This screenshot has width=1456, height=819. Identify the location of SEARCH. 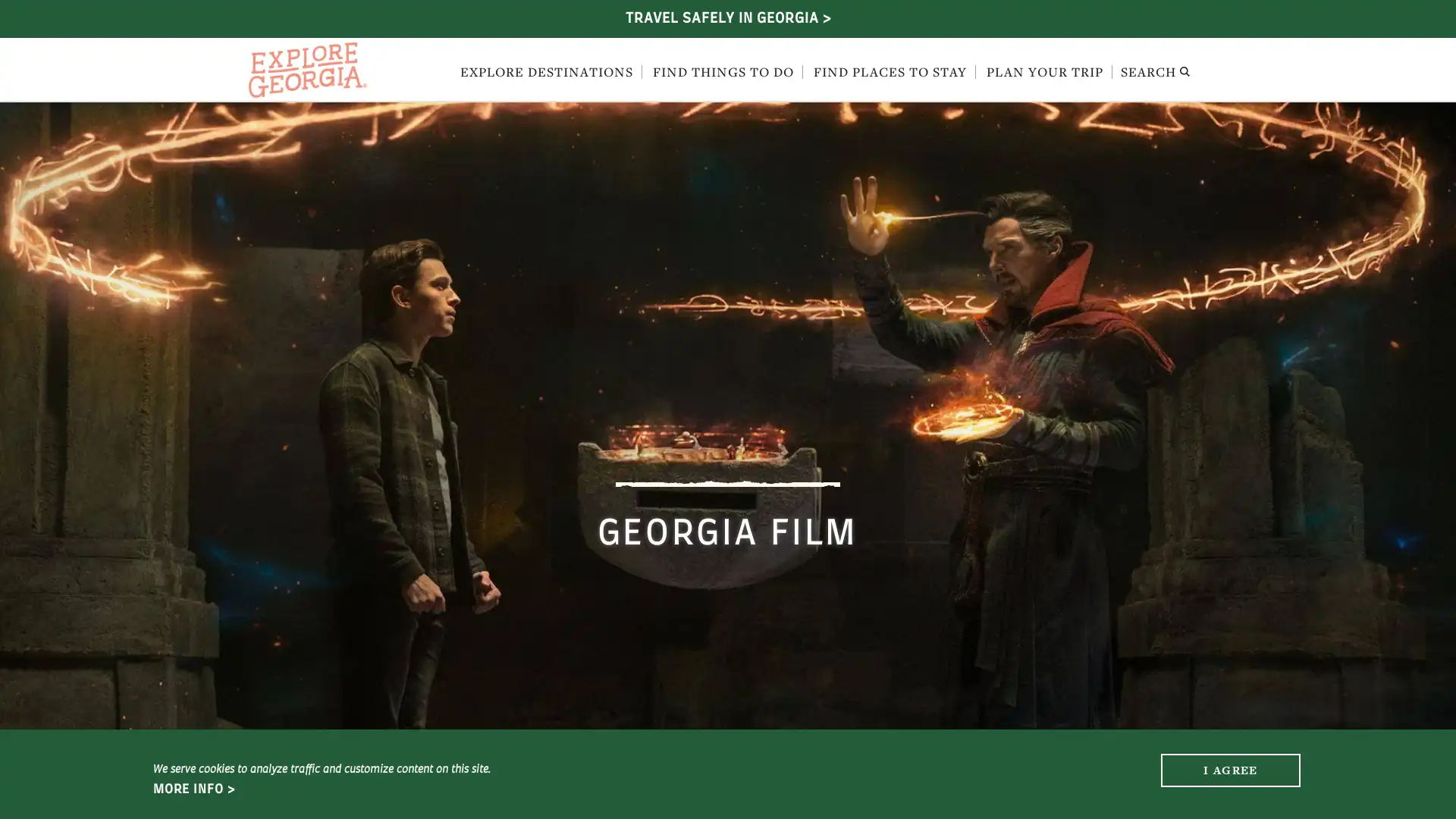
(1154, 73).